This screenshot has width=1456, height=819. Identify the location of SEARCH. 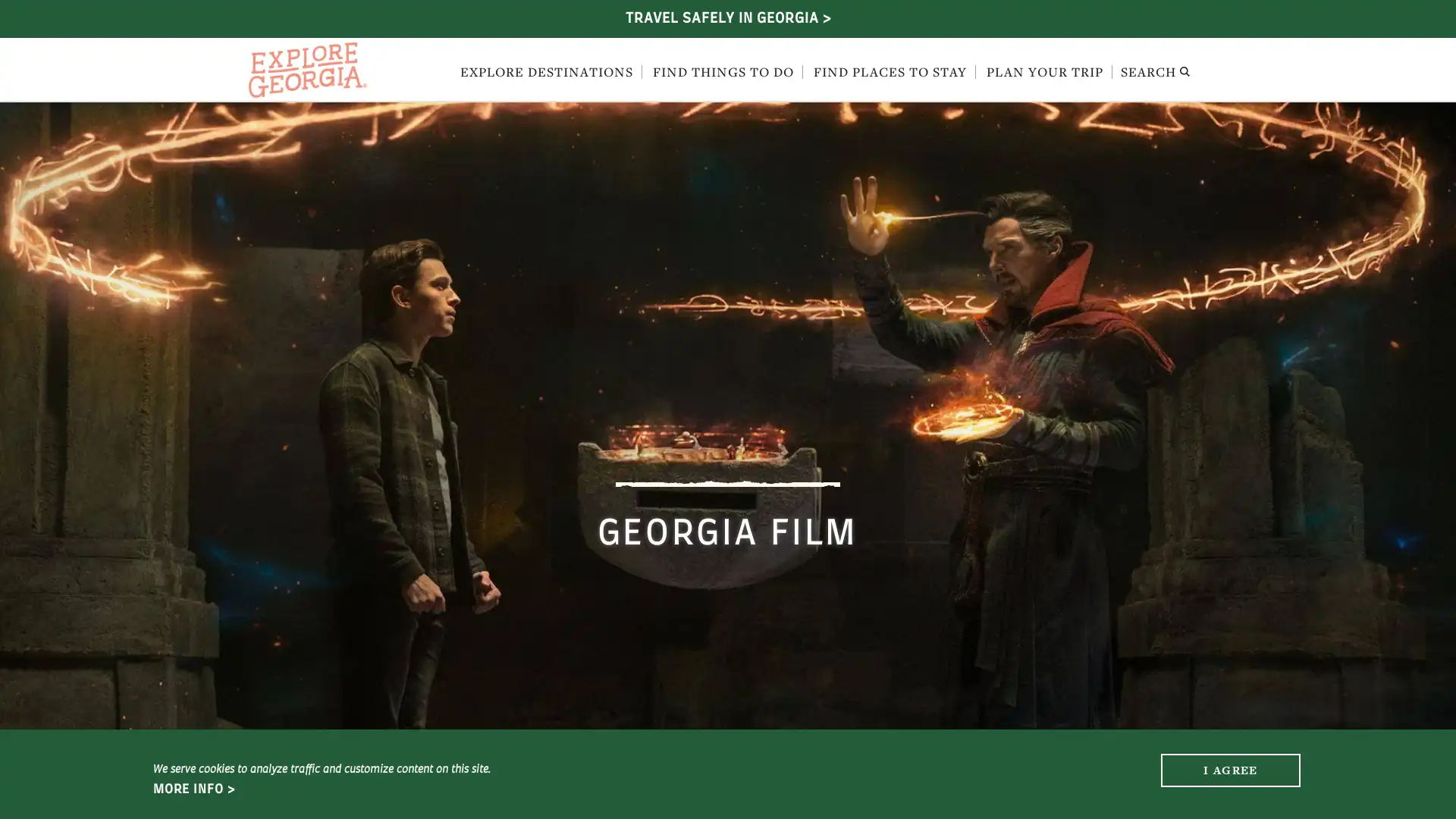
(1154, 73).